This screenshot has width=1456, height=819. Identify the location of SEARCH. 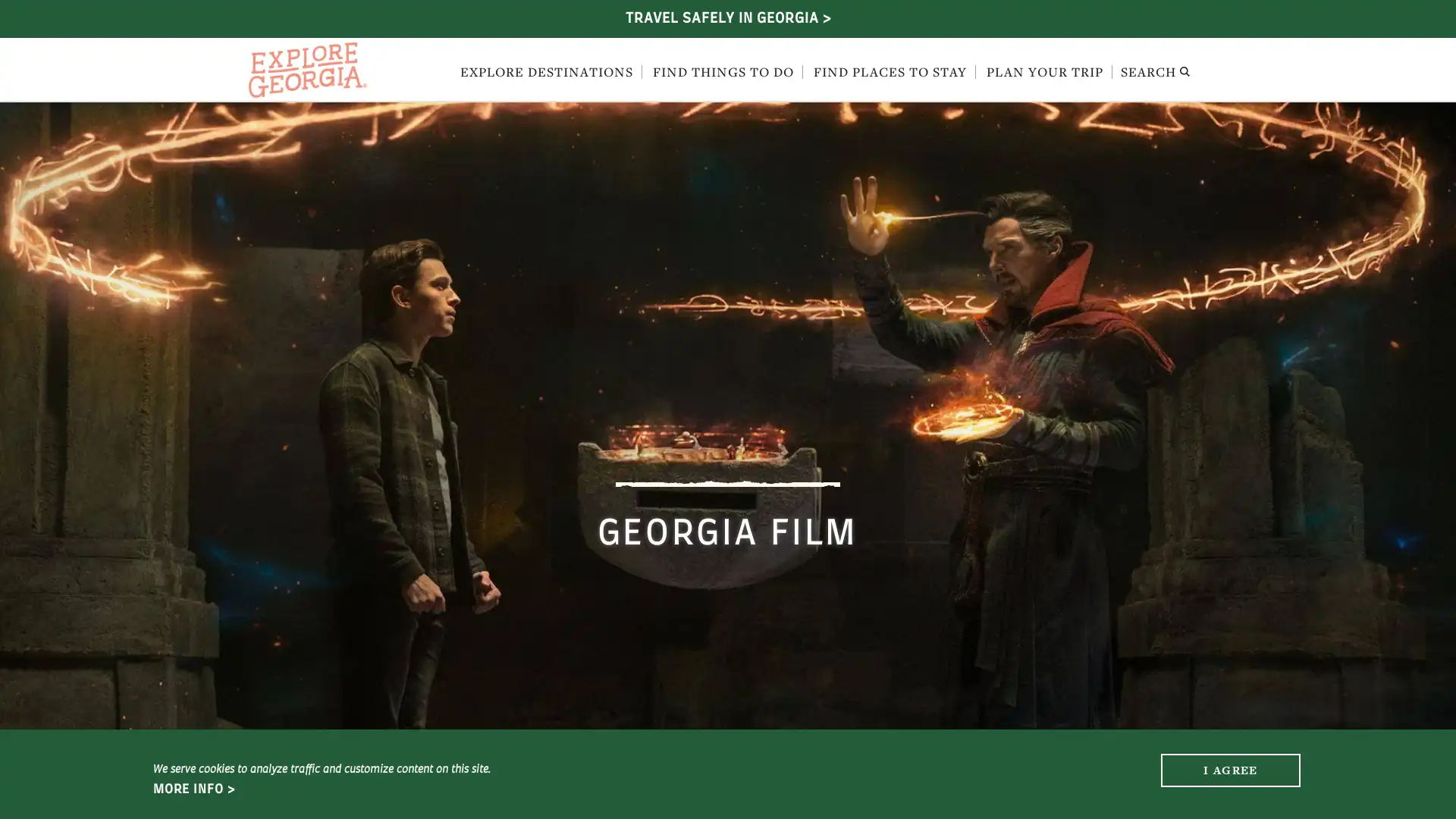
(1154, 73).